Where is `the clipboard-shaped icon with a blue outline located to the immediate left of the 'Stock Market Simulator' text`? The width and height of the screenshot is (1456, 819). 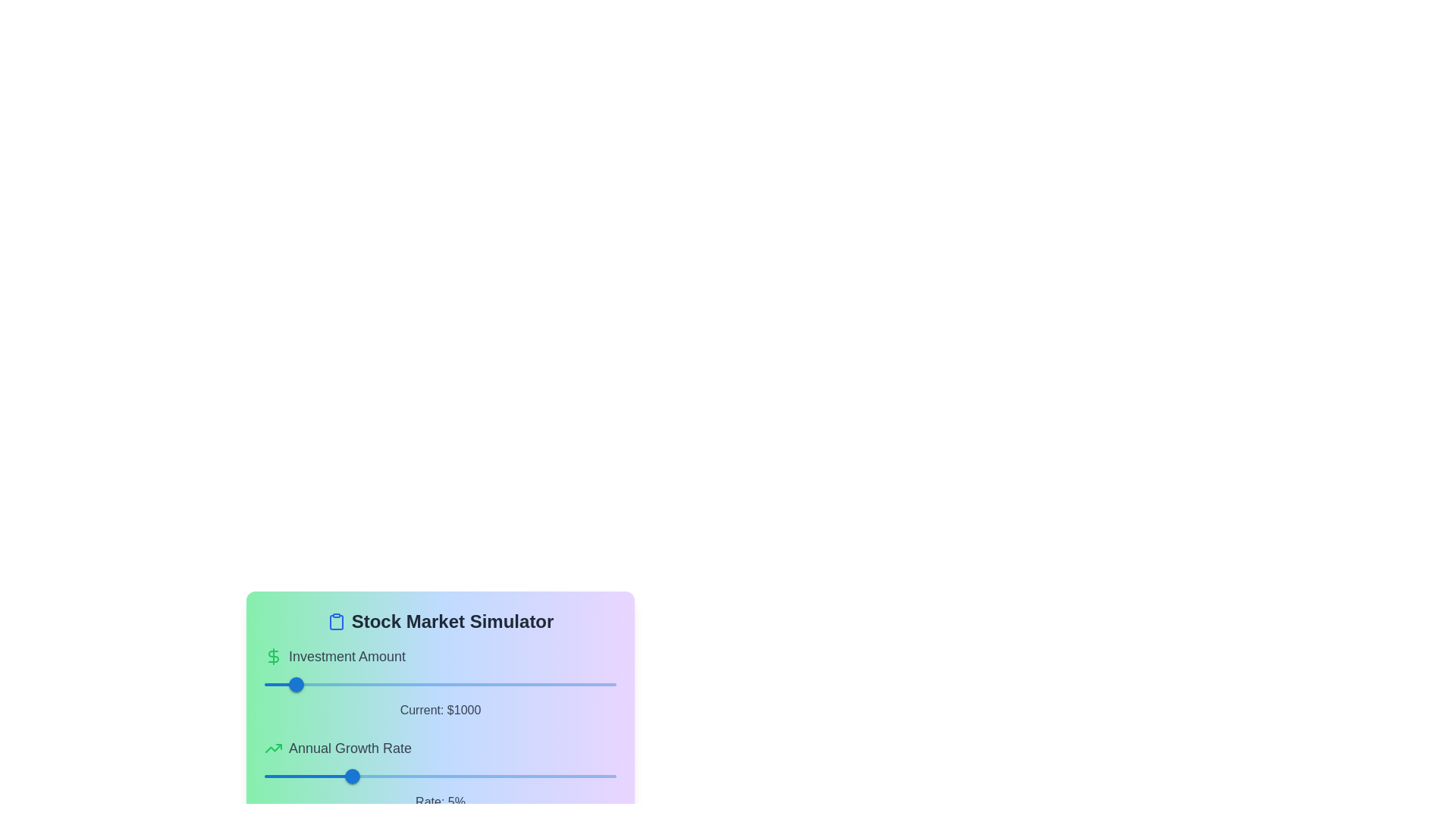 the clipboard-shaped icon with a blue outline located to the immediate left of the 'Stock Market Simulator' text is located at coordinates (335, 622).